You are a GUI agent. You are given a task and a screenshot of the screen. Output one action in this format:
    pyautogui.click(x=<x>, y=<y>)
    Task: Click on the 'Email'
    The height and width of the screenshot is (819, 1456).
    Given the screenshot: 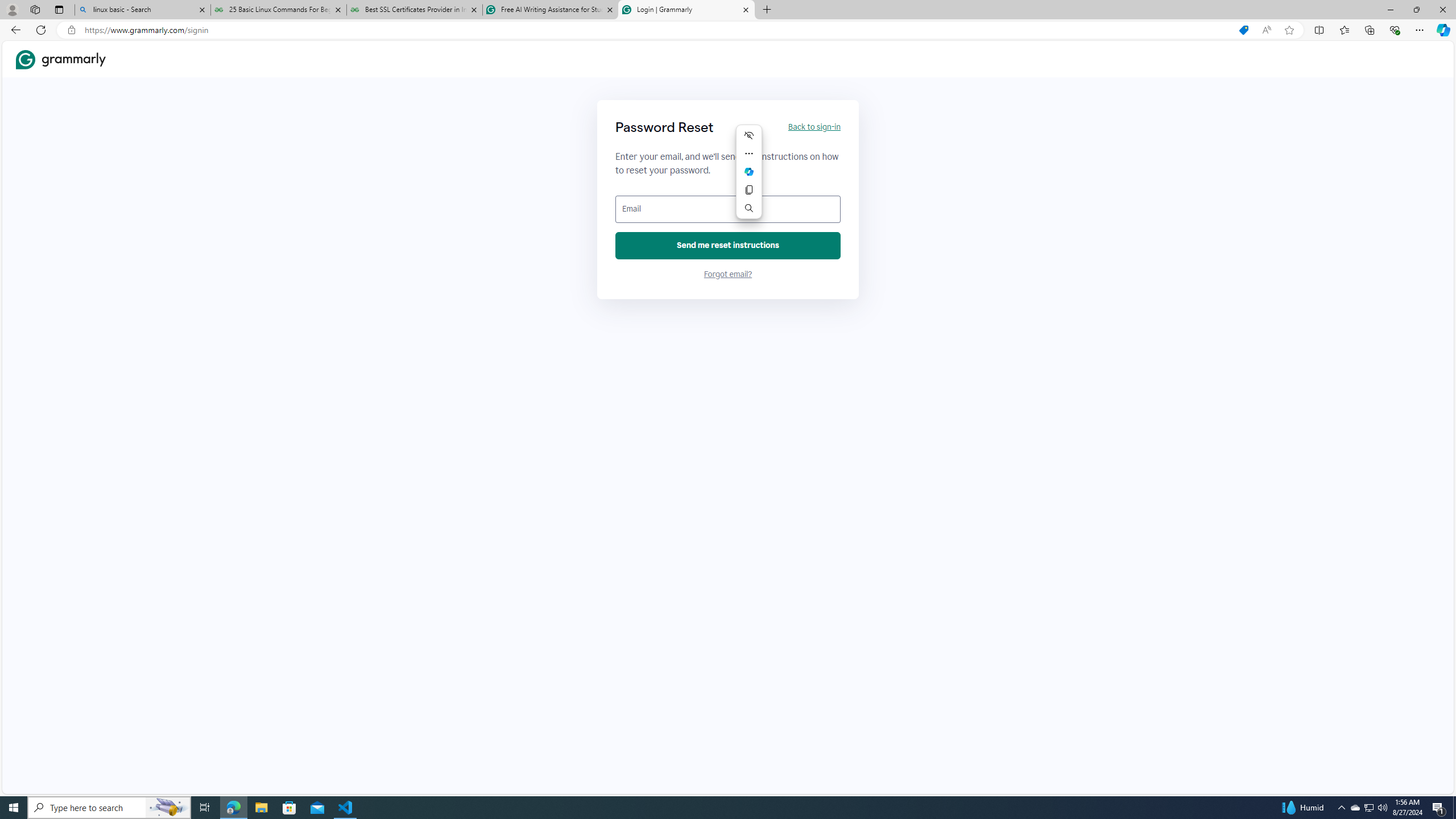 What is the action you would take?
    pyautogui.click(x=728, y=209)
    